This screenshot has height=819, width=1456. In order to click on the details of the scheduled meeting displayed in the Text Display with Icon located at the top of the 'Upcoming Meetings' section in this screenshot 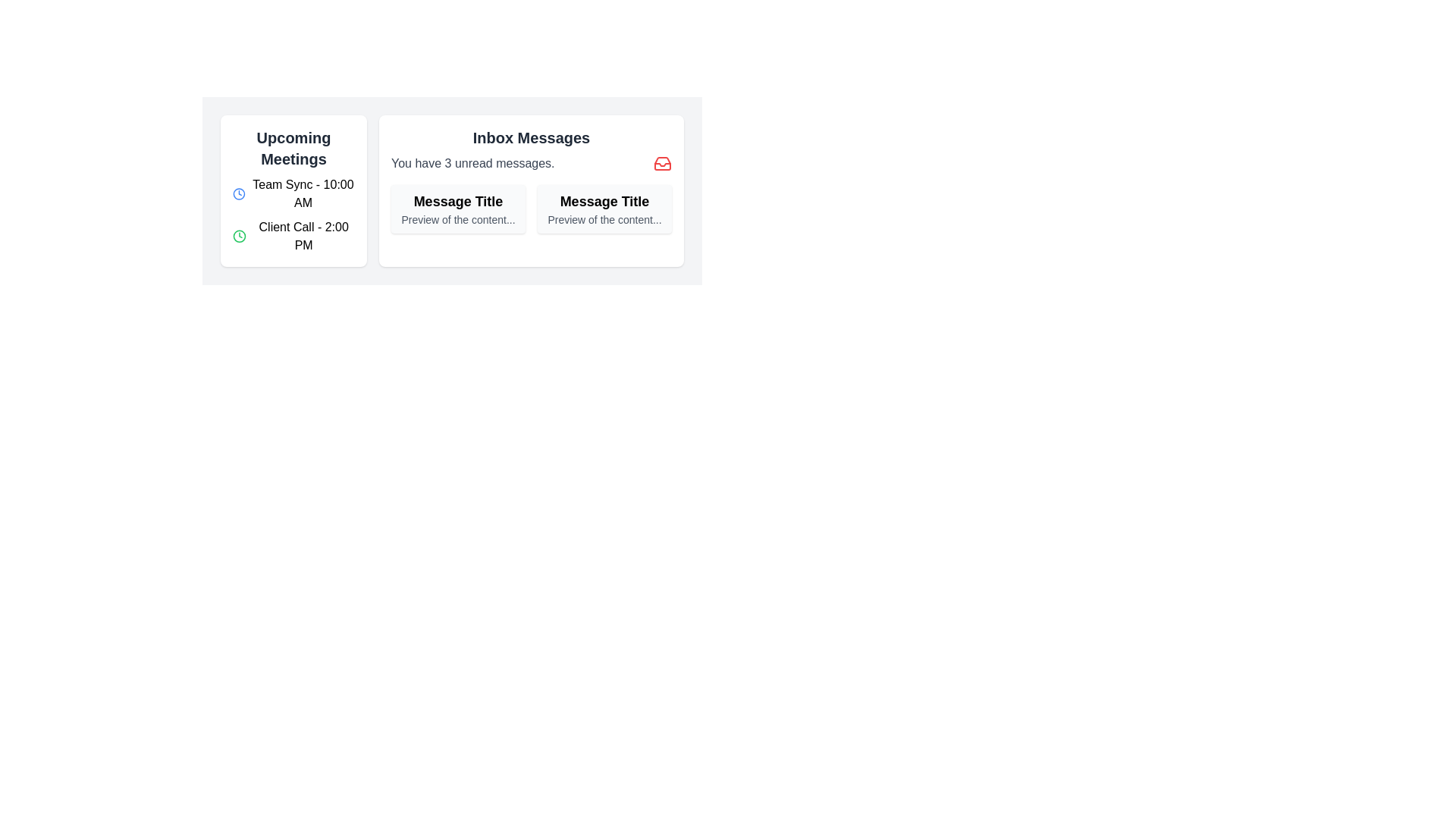, I will do `click(293, 193)`.